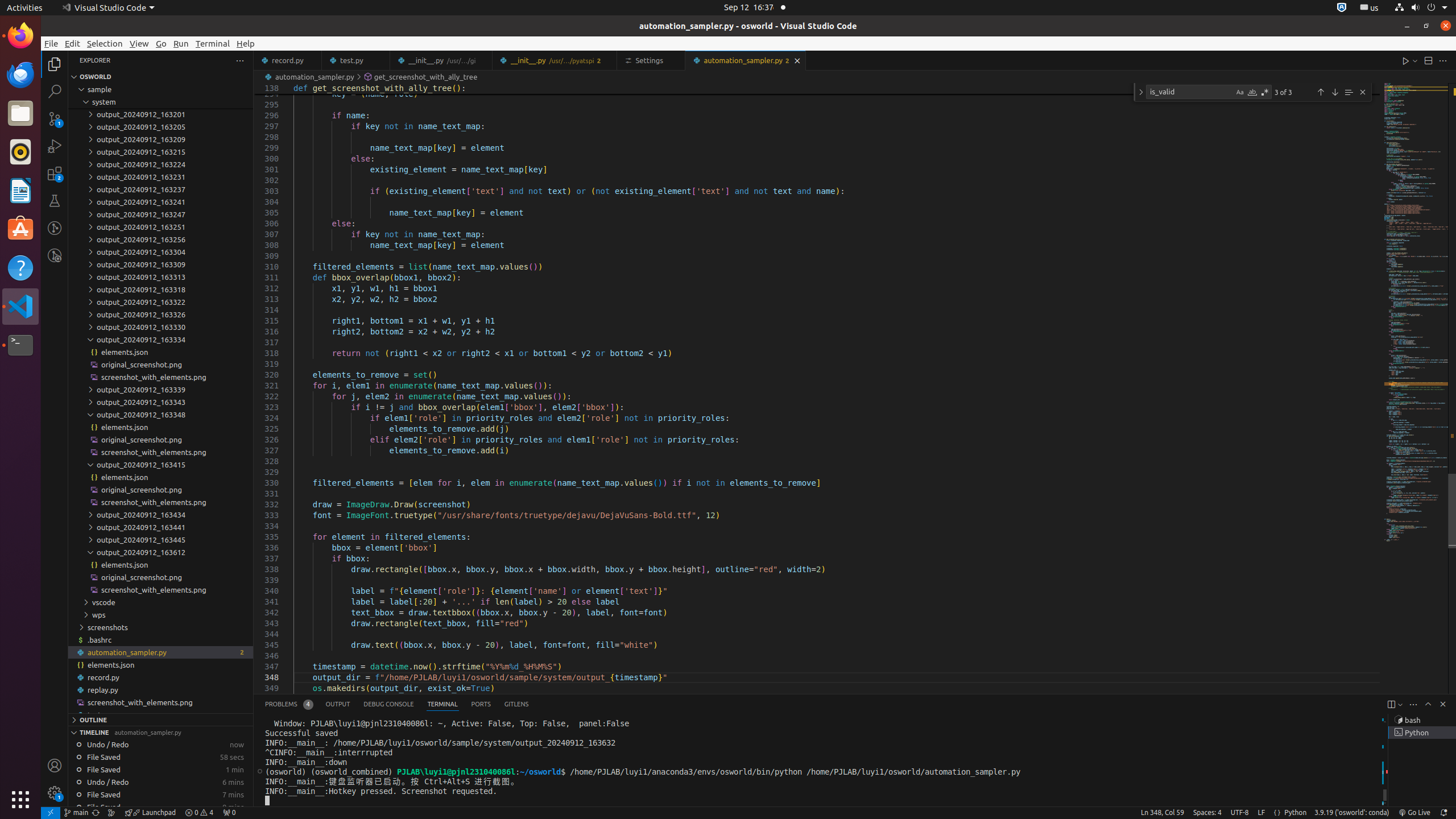  Describe the element at coordinates (160, 806) in the screenshot. I see `'8 minutes: File Saved'` at that location.